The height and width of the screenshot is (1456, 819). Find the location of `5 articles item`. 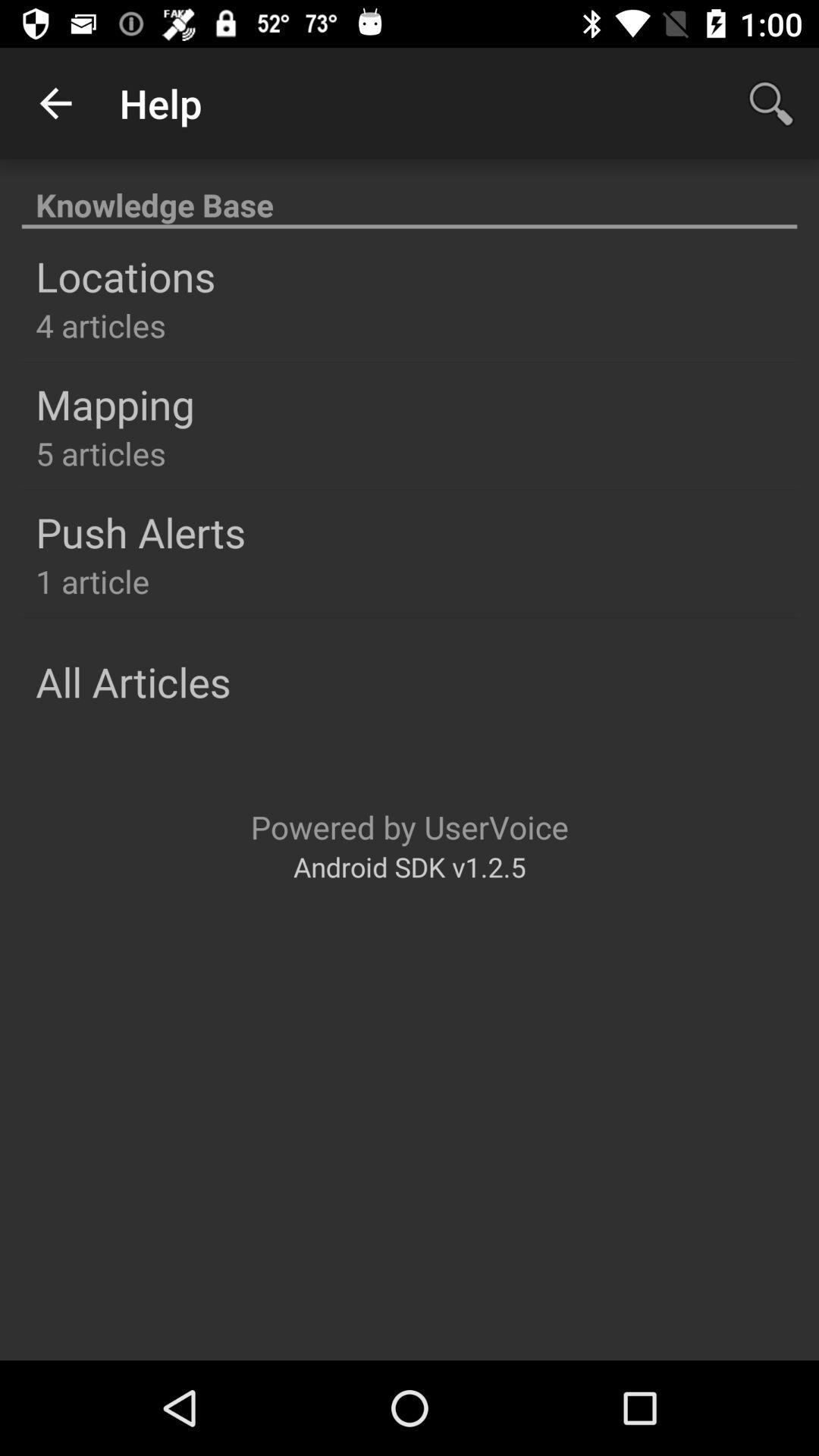

5 articles item is located at coordinates (101, 452).